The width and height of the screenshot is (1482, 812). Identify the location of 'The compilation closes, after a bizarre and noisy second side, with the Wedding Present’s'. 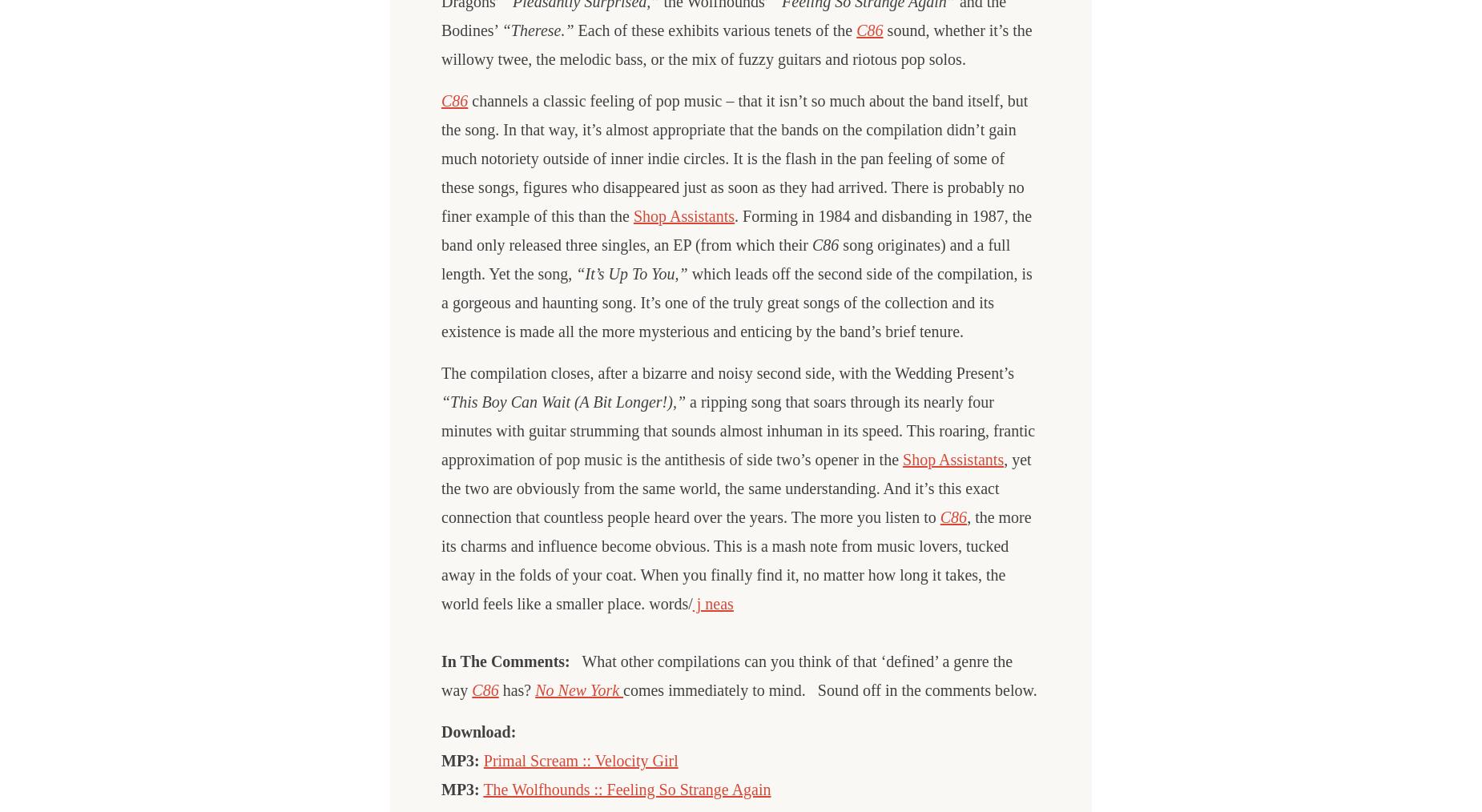
(727, 373).